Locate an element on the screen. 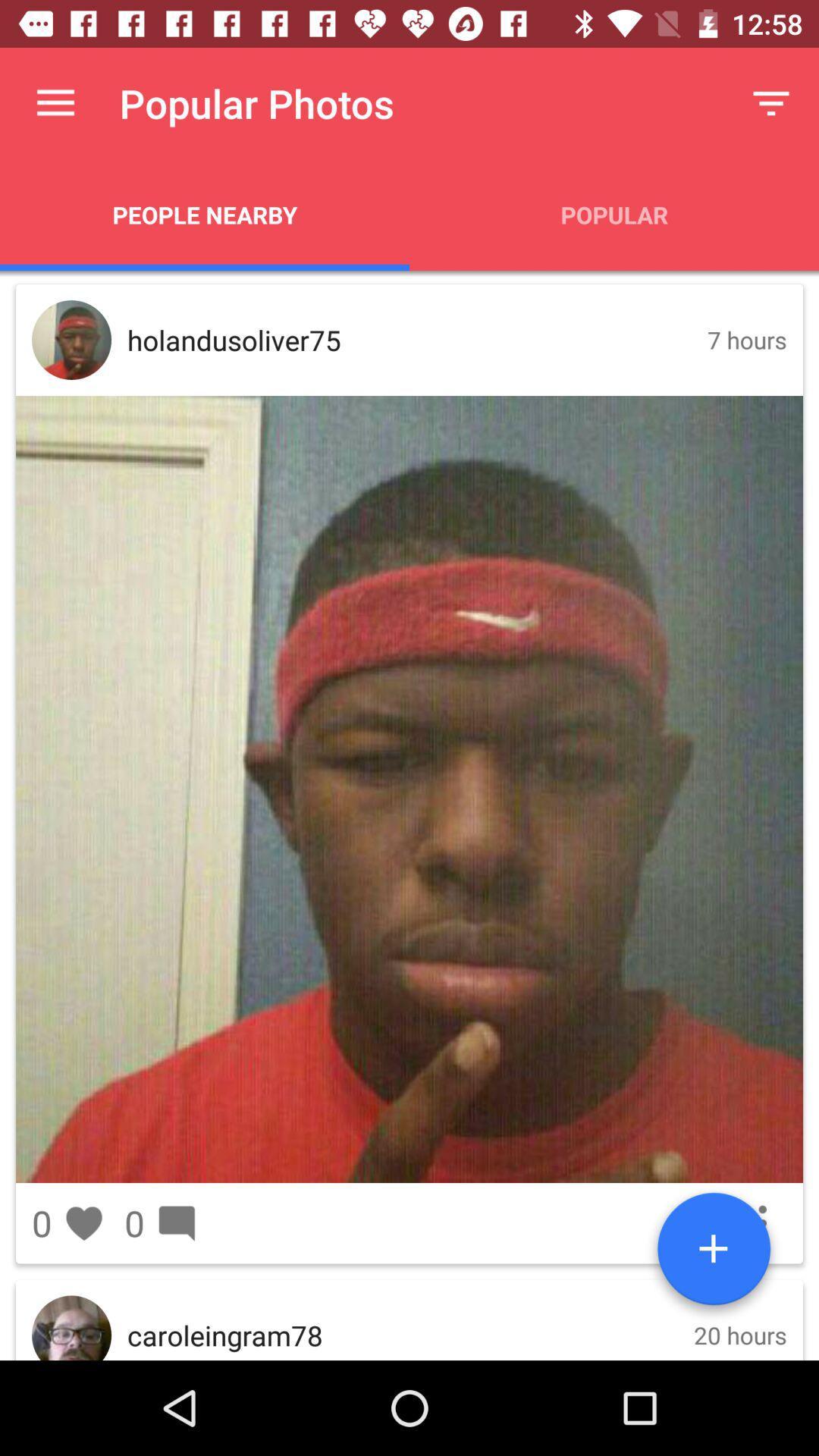 Image resolution: width=819 pixels, height=1456 pixels. the add icon is located at coordinates (714, 1254).